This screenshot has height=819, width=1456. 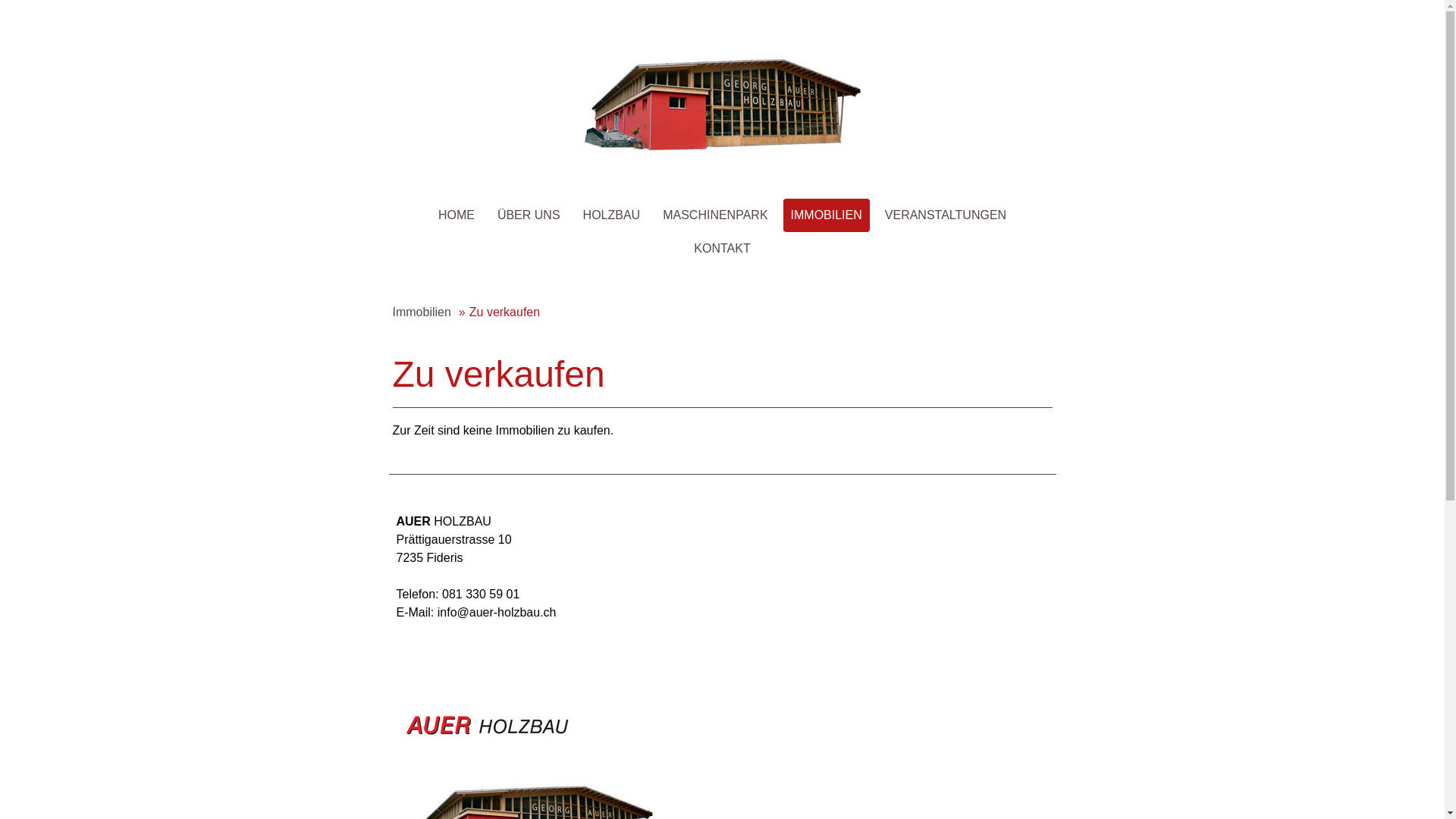 What do you see at coordinates (611, 215) in the screenshot?
I see `'HOLZBAU'` at bounding box center [611, 215].